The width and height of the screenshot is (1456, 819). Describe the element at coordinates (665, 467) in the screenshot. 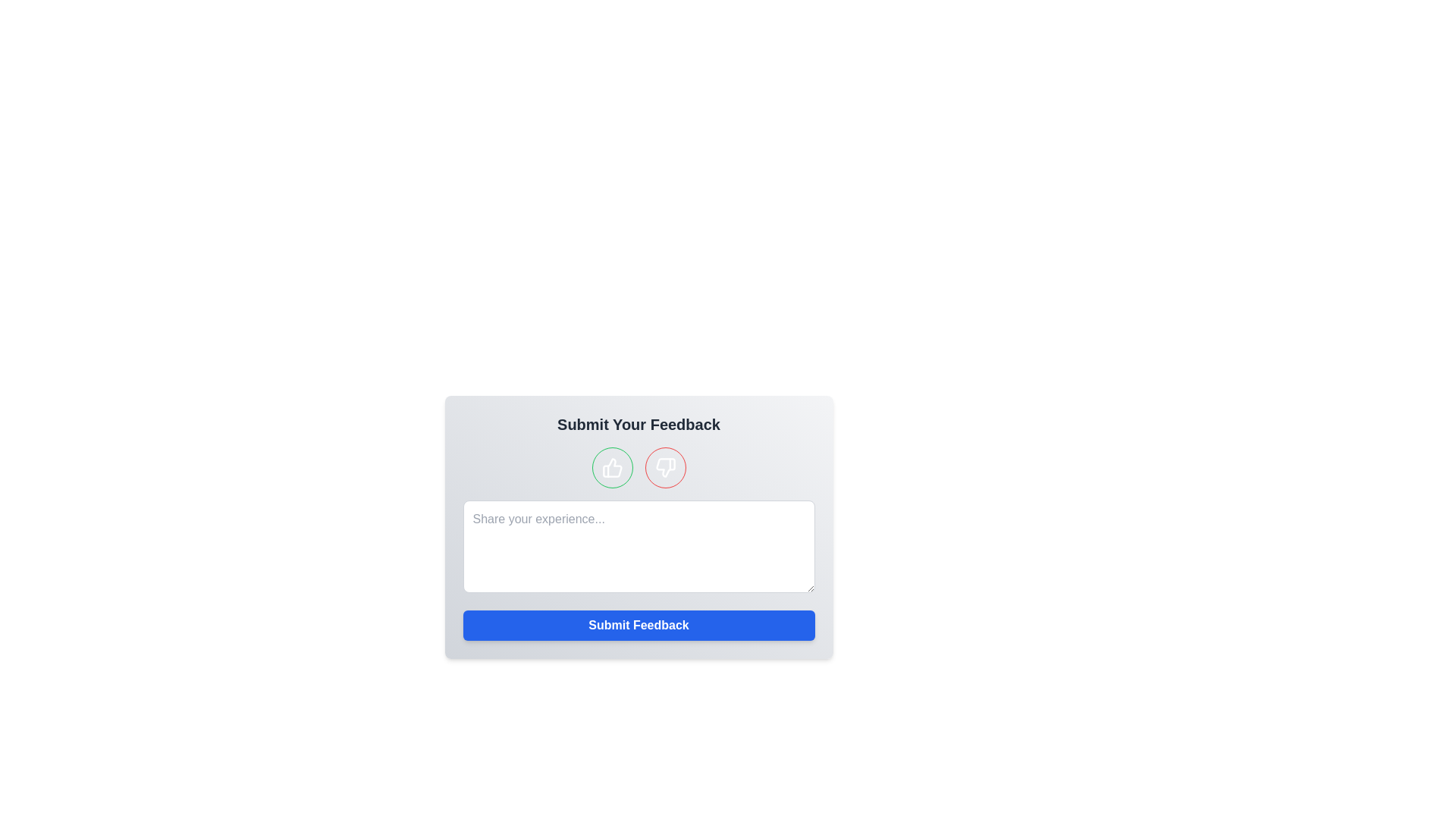

I see `the circular button with a red border and a white thumbs-down icon to provide negative feedback` at that location.